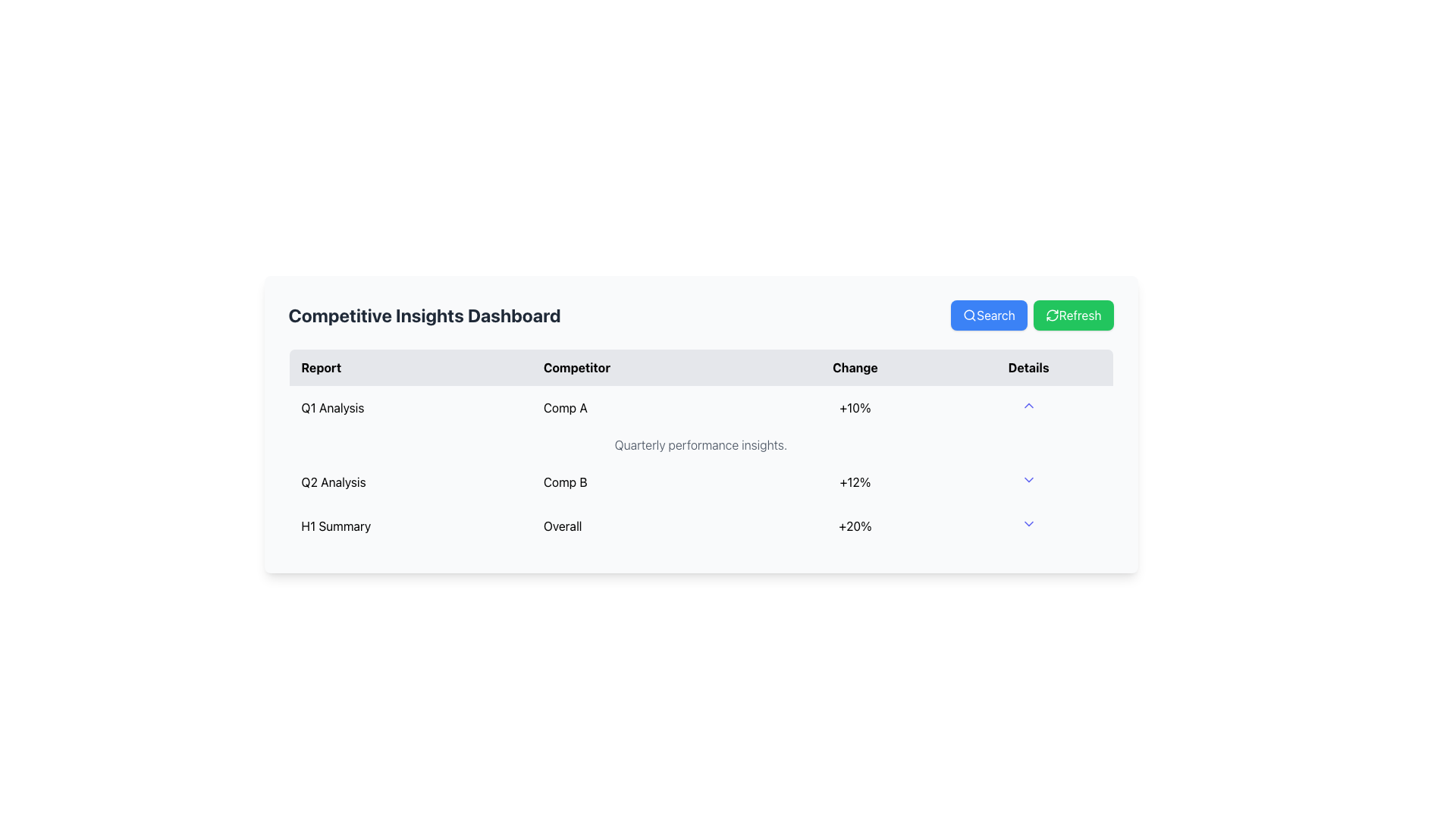 This screenshot has width=1456, height=819. What do you see at coordinates (855, 482) in the screenshot?
I see `the text label displaying '+12%' in bold black font, which is located in the 'Change' column of the 'Q2 Analysis Comp B+12%' row` at bounding box center [855, 482].